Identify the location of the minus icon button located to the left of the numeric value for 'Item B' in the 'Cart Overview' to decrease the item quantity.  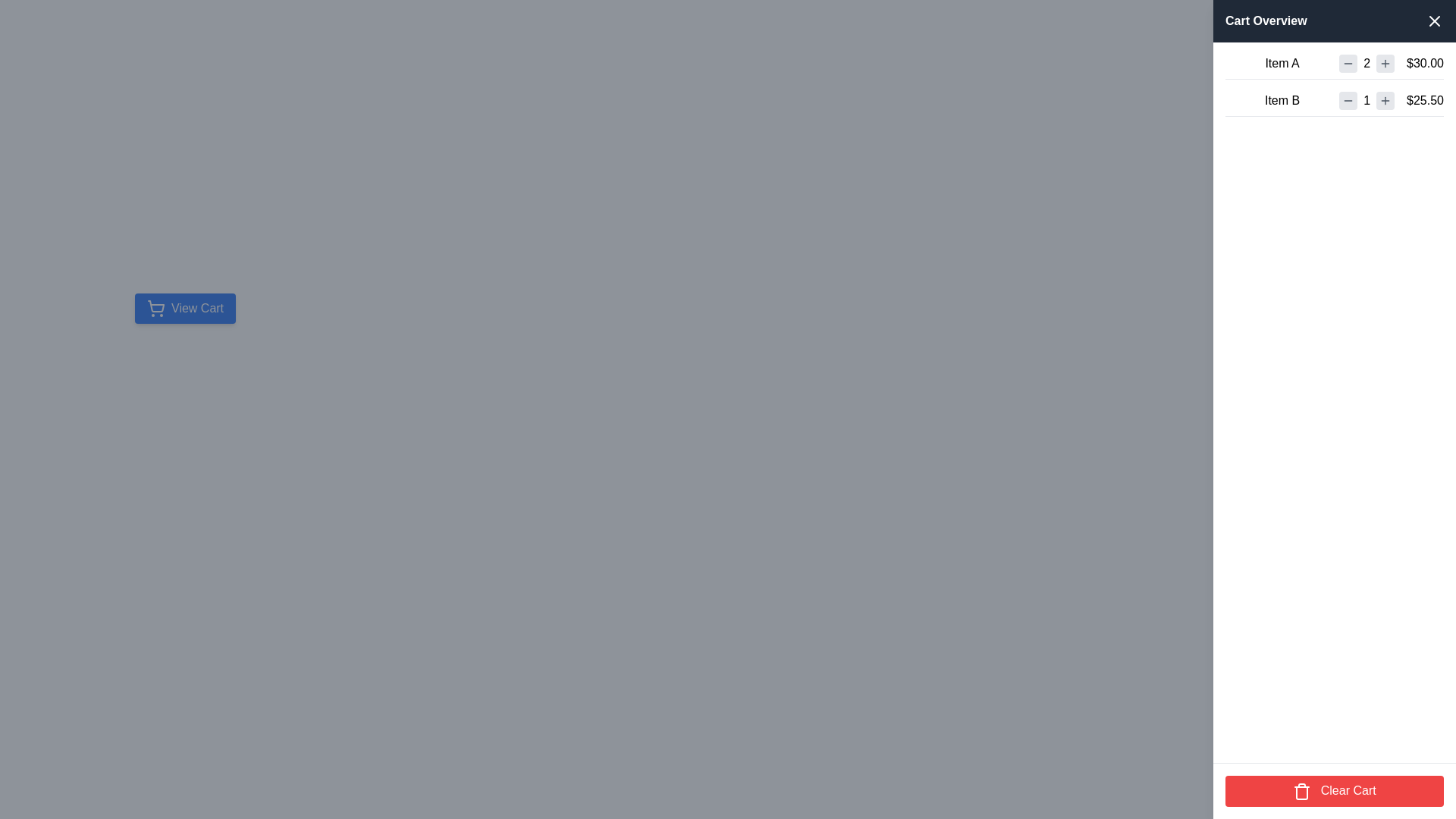
(1348, 100).